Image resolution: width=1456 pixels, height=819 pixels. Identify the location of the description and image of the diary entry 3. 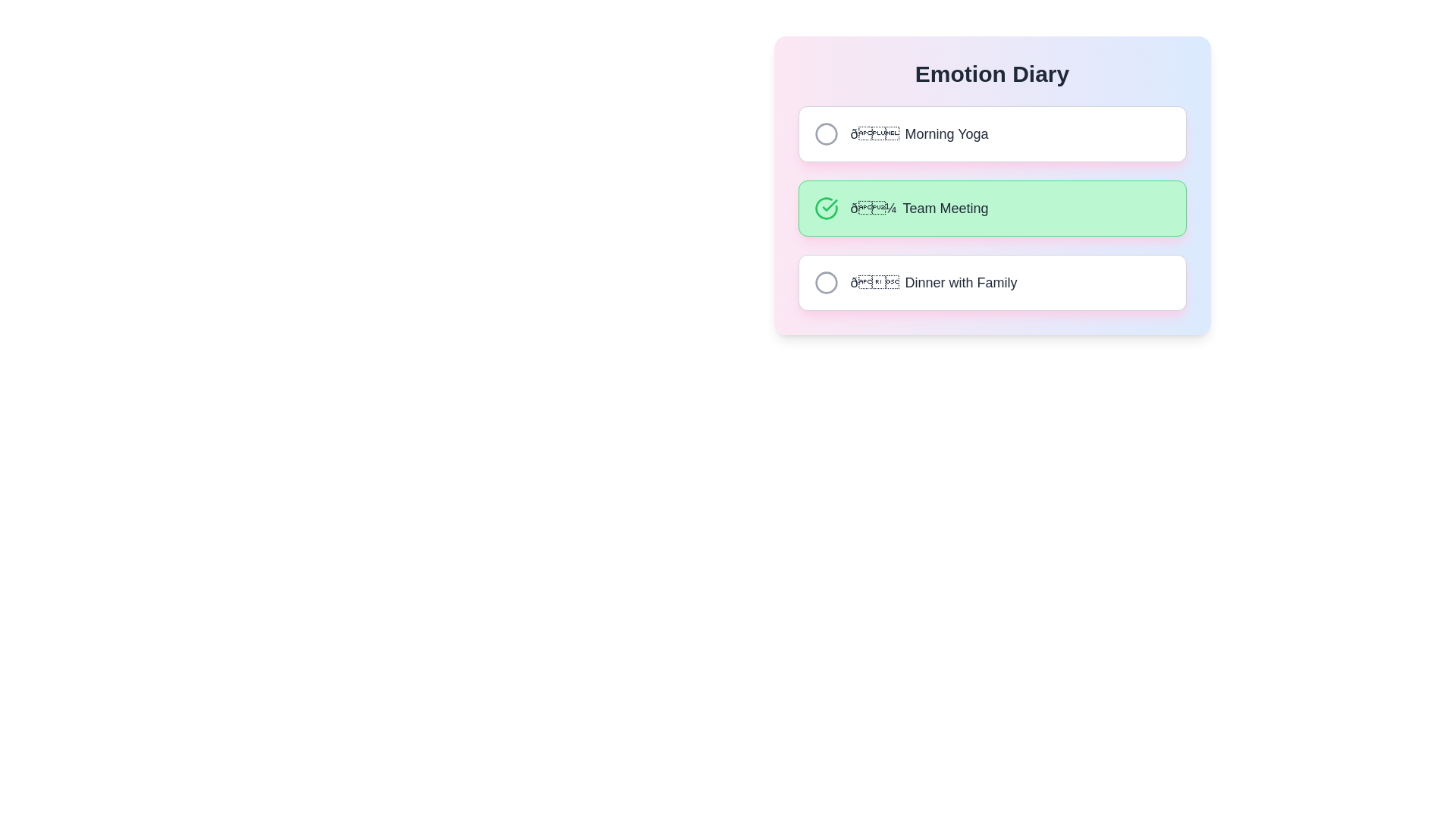
(992, 283).